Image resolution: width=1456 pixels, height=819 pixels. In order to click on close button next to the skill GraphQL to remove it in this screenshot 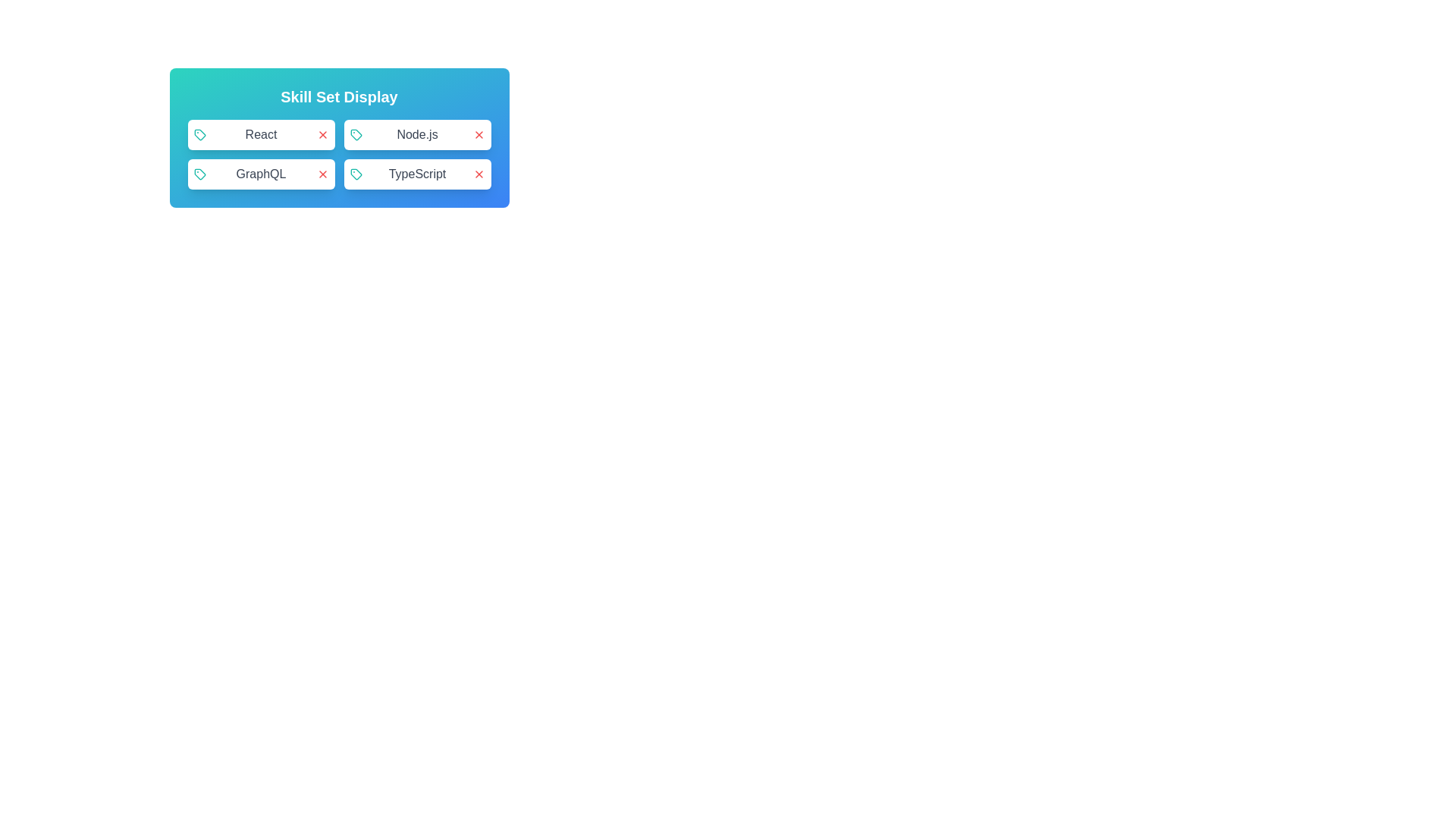, I will do `click(322, 174)`.